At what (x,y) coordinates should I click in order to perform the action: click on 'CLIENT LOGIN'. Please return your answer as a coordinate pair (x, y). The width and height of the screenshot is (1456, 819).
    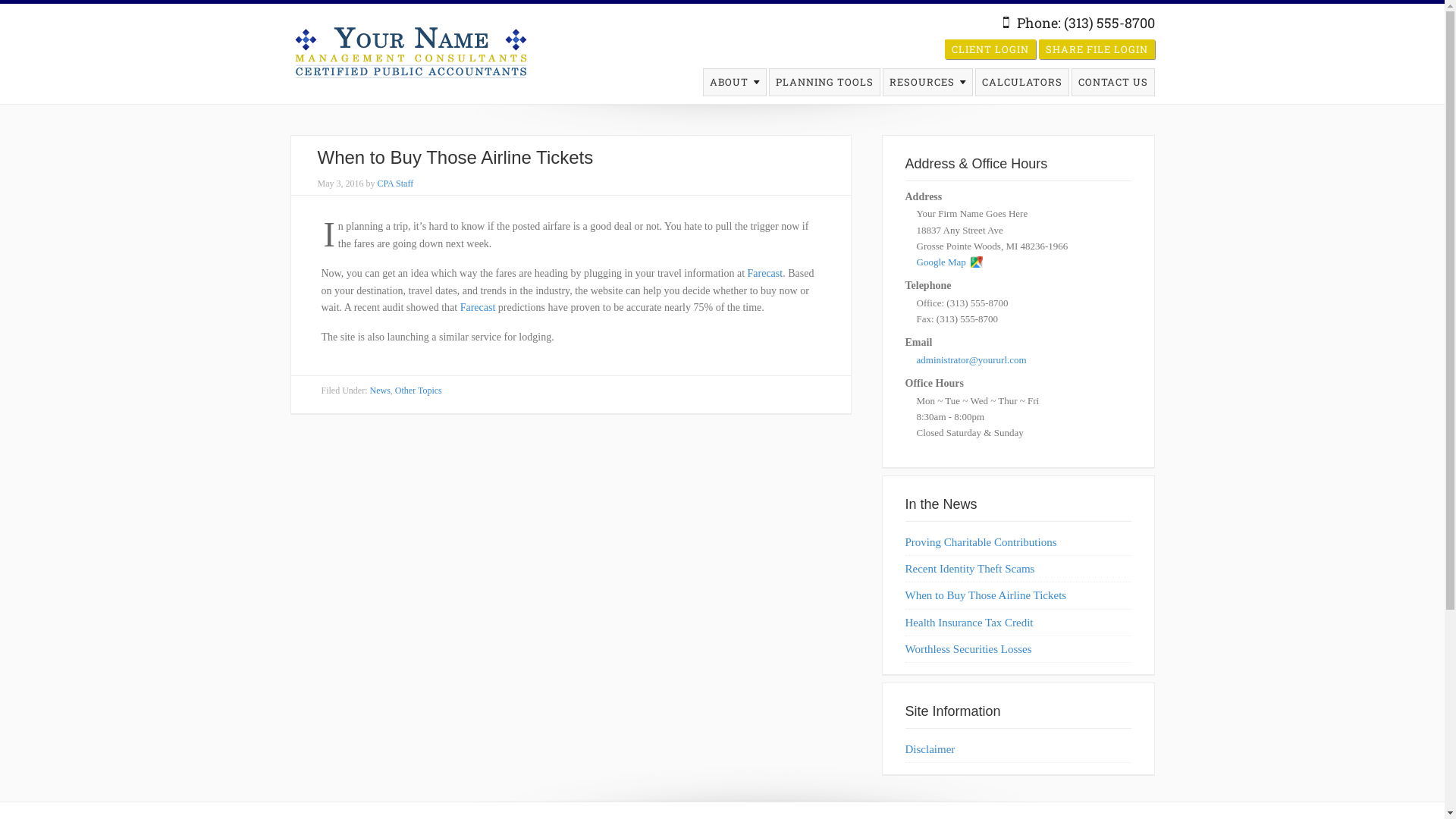
    Looking at the image, I should click on (990, 49).